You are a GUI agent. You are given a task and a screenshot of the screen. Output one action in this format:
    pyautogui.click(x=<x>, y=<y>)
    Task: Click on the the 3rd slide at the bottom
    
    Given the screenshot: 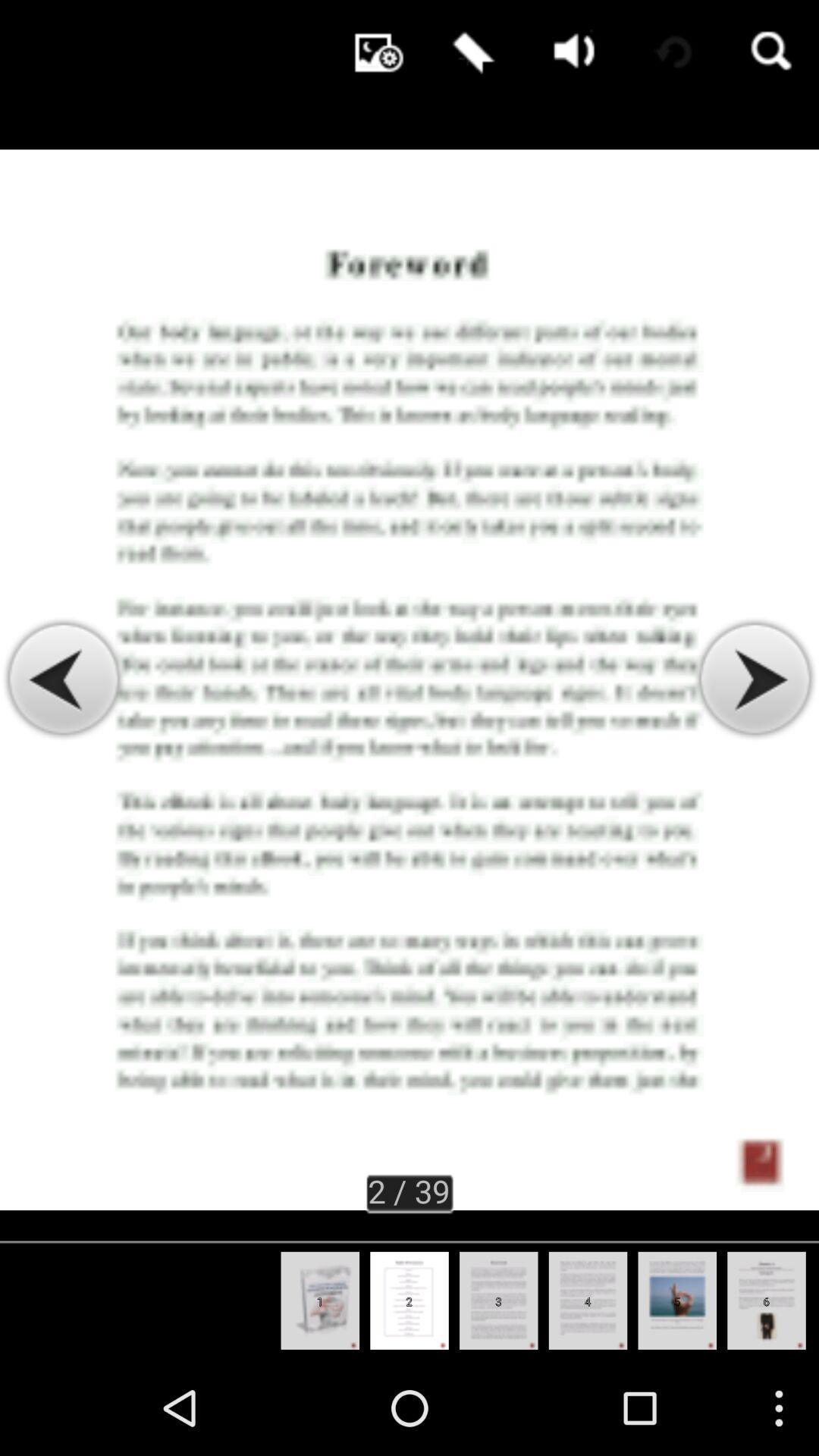 What is the action you would take?
    pyautogui.click(x=498, y=1300)
    